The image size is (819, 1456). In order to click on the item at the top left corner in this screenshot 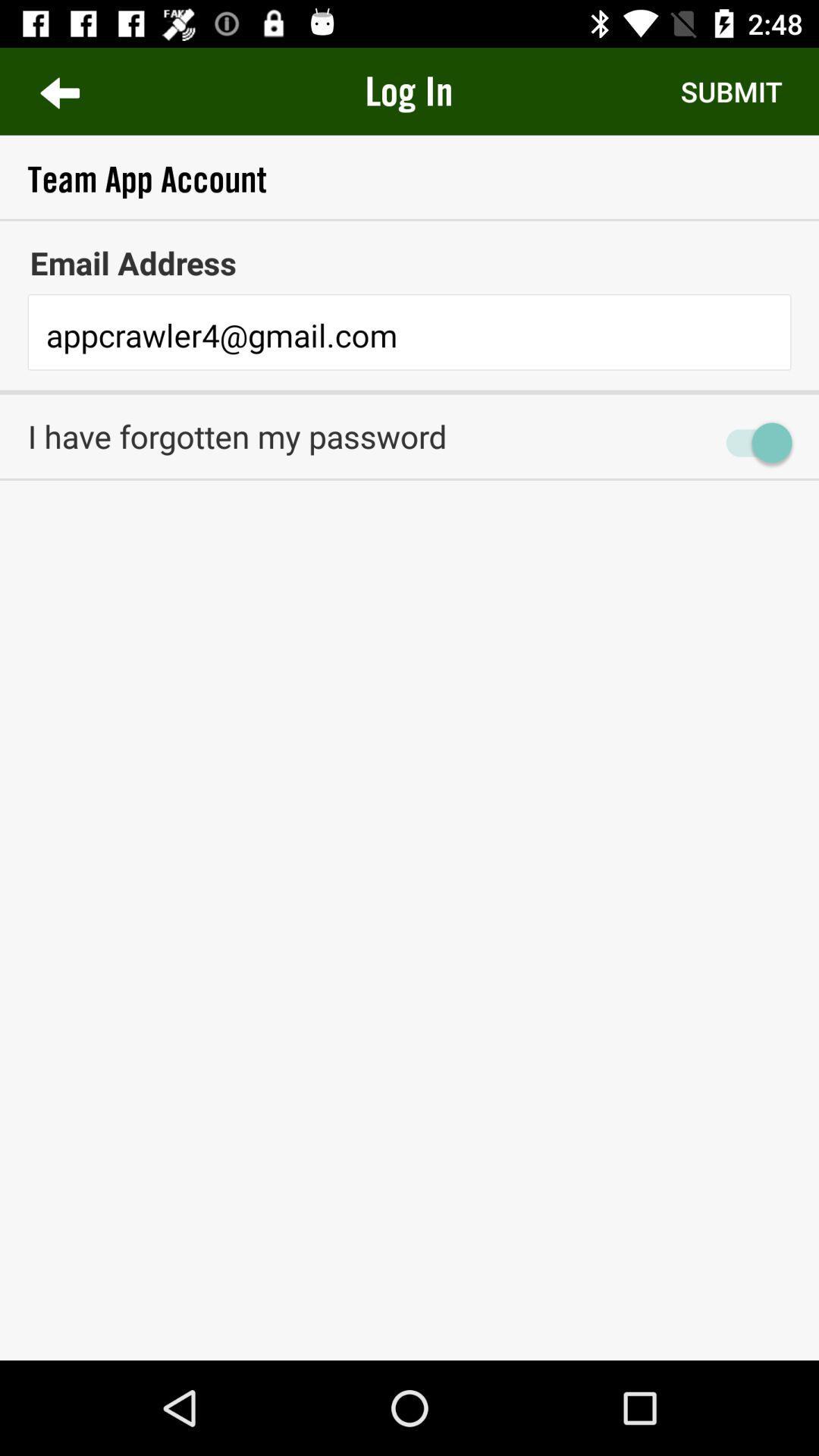, I will do `click(58, 90)`.